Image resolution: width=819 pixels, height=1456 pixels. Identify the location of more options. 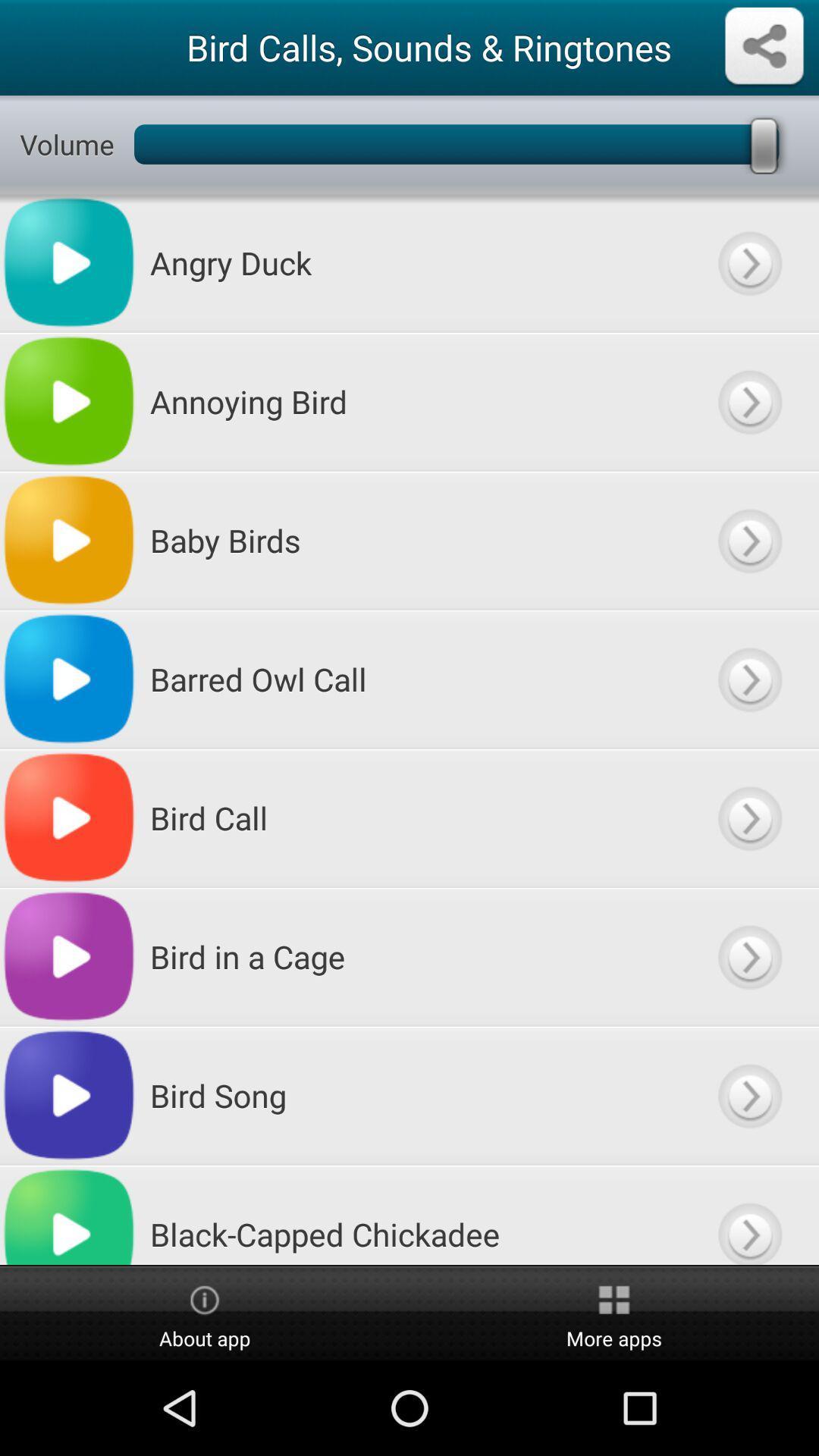
(748, 540).